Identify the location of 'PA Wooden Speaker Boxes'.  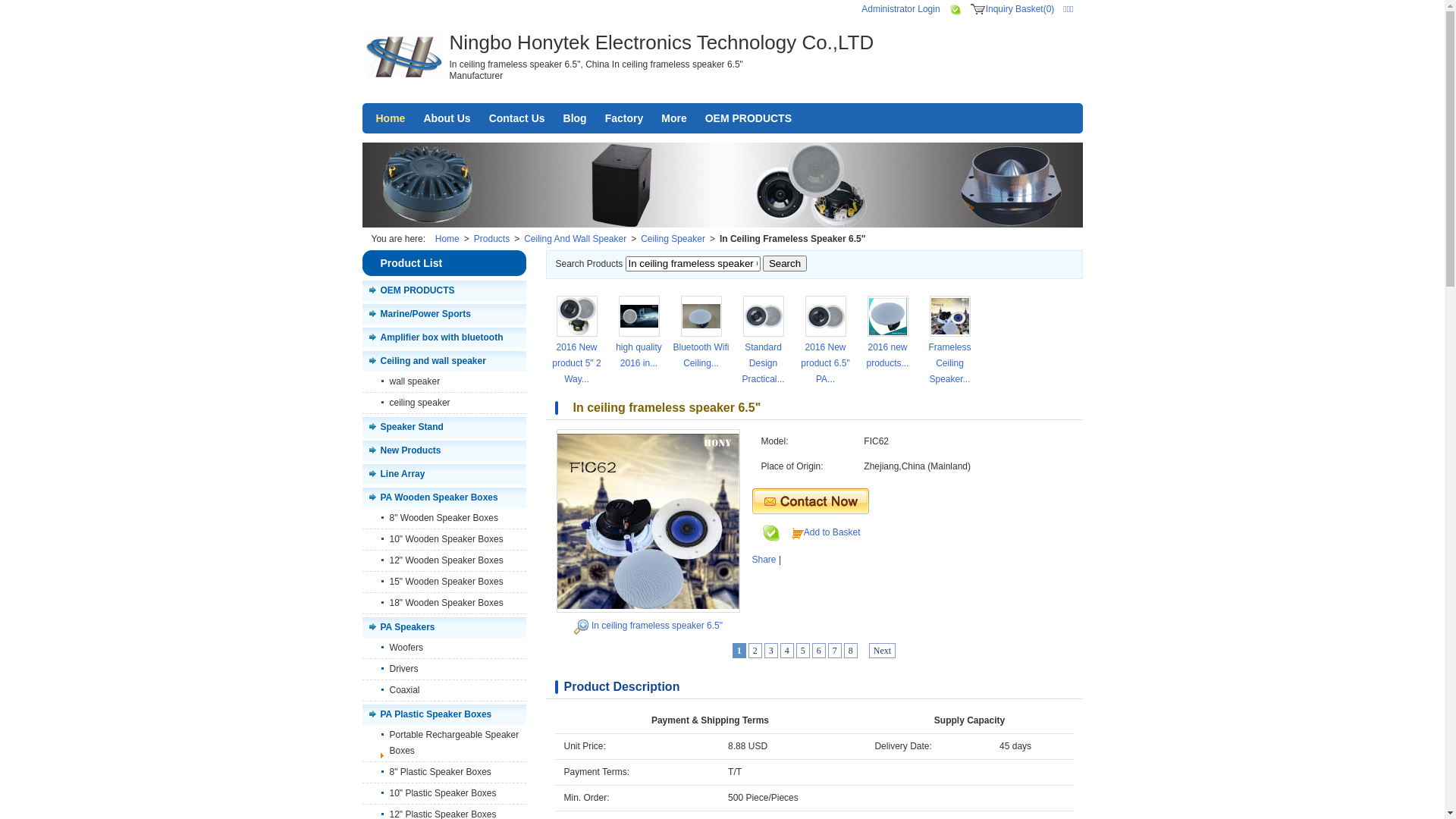
(443, 497).